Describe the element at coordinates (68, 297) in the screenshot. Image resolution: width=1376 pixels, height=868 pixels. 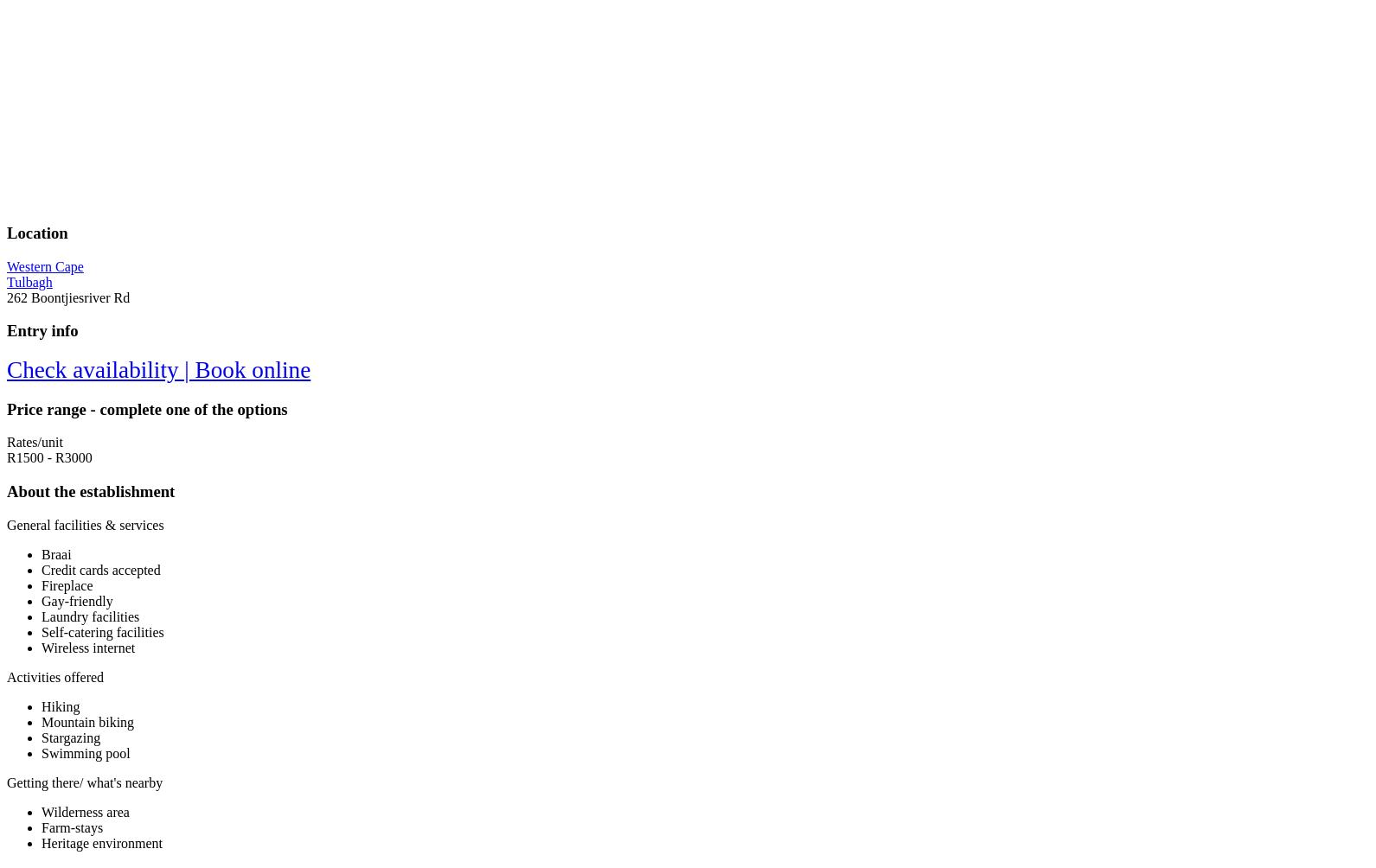
I see `'262 Boontjiesriver Rd'` at that location.